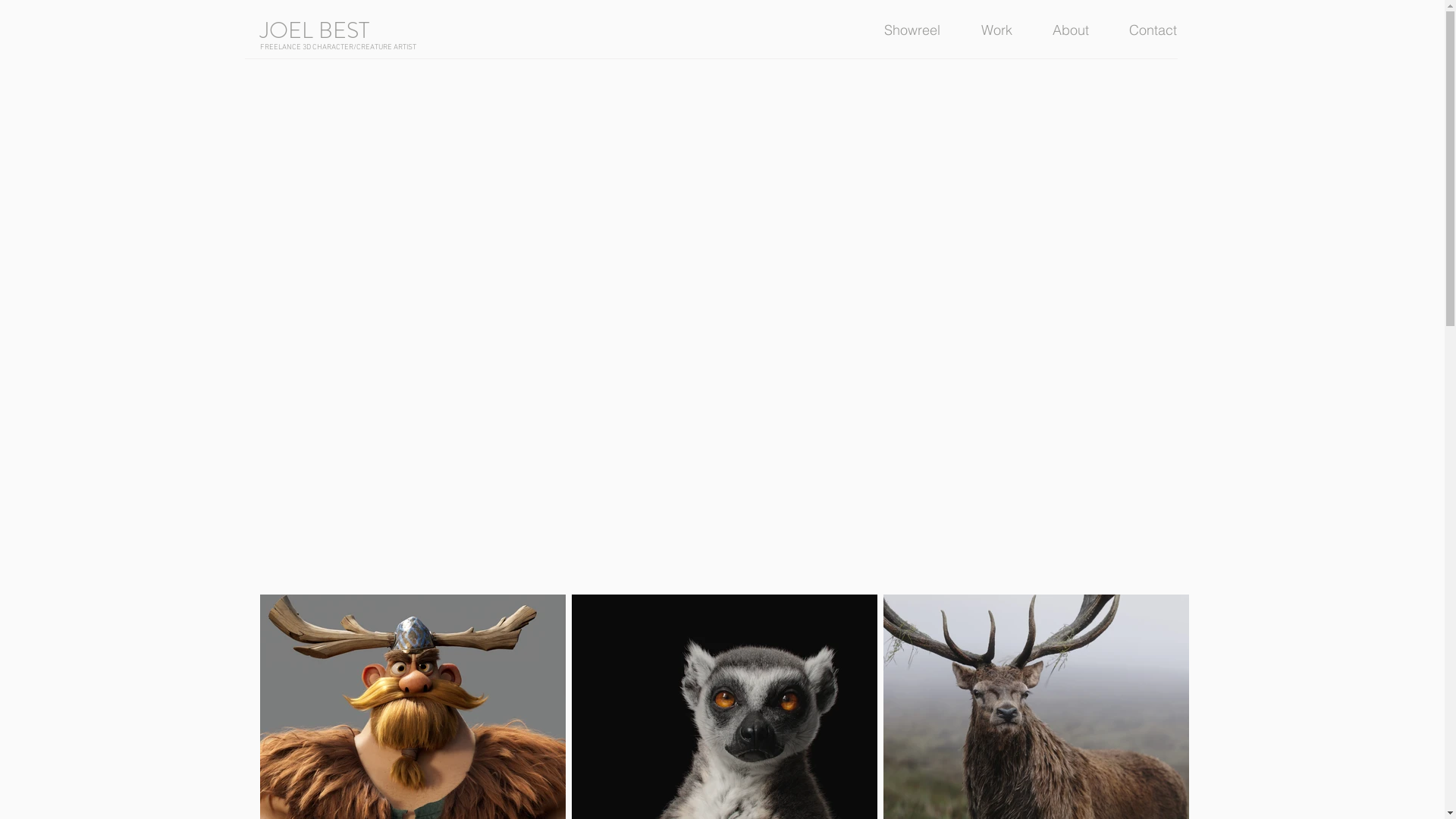  Describe the element at coordinates (312, 30) in the screenshot. I see `'JOEL BEST'` at that location.